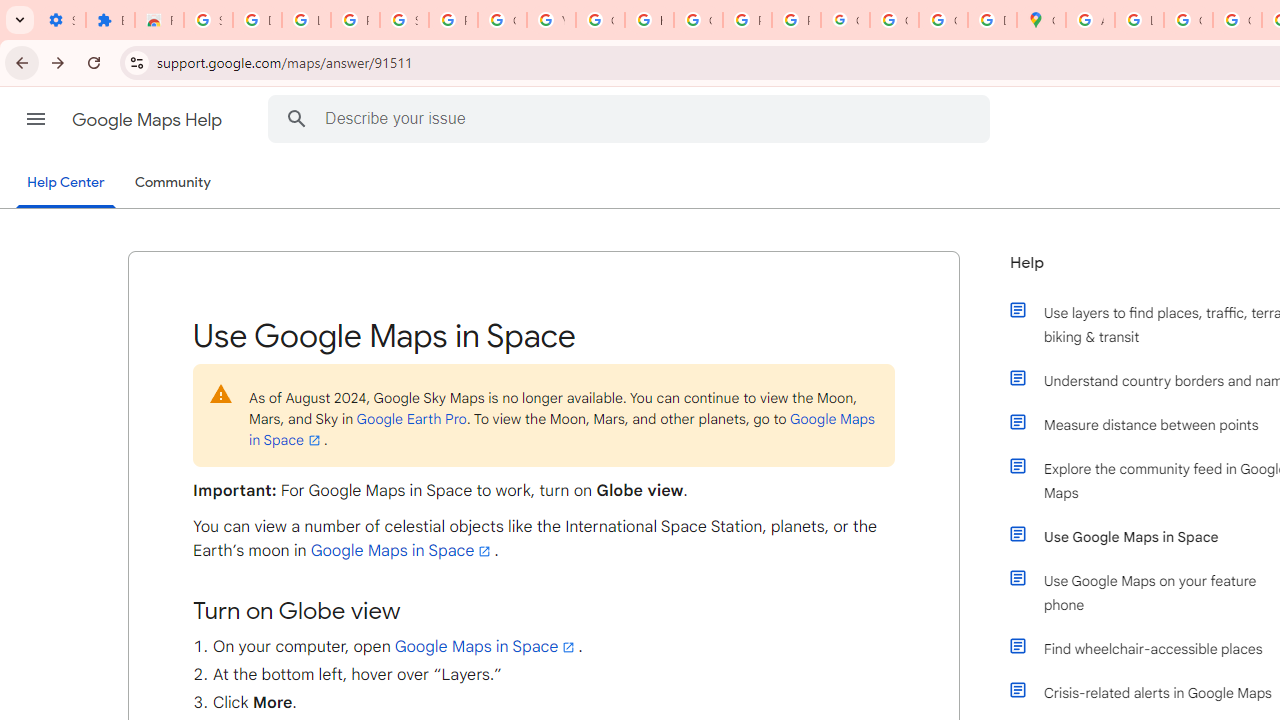 The width and height of the screenshot is (1280, 720). Describe the element at coordinates (1040, 20) in the screenshot. I see `'Google Maps'` at that location.